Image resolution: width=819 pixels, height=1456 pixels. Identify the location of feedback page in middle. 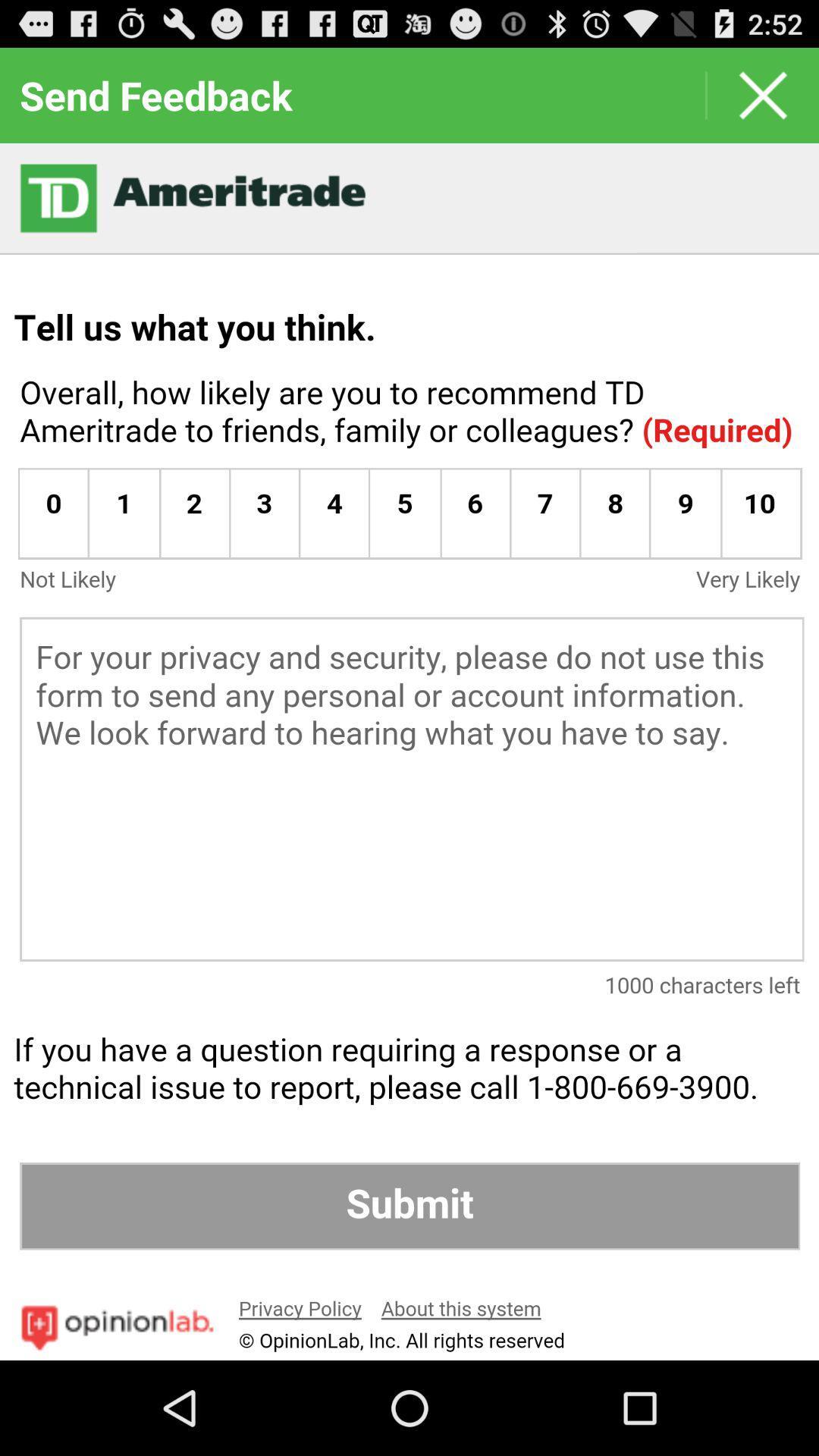
(409, 752).